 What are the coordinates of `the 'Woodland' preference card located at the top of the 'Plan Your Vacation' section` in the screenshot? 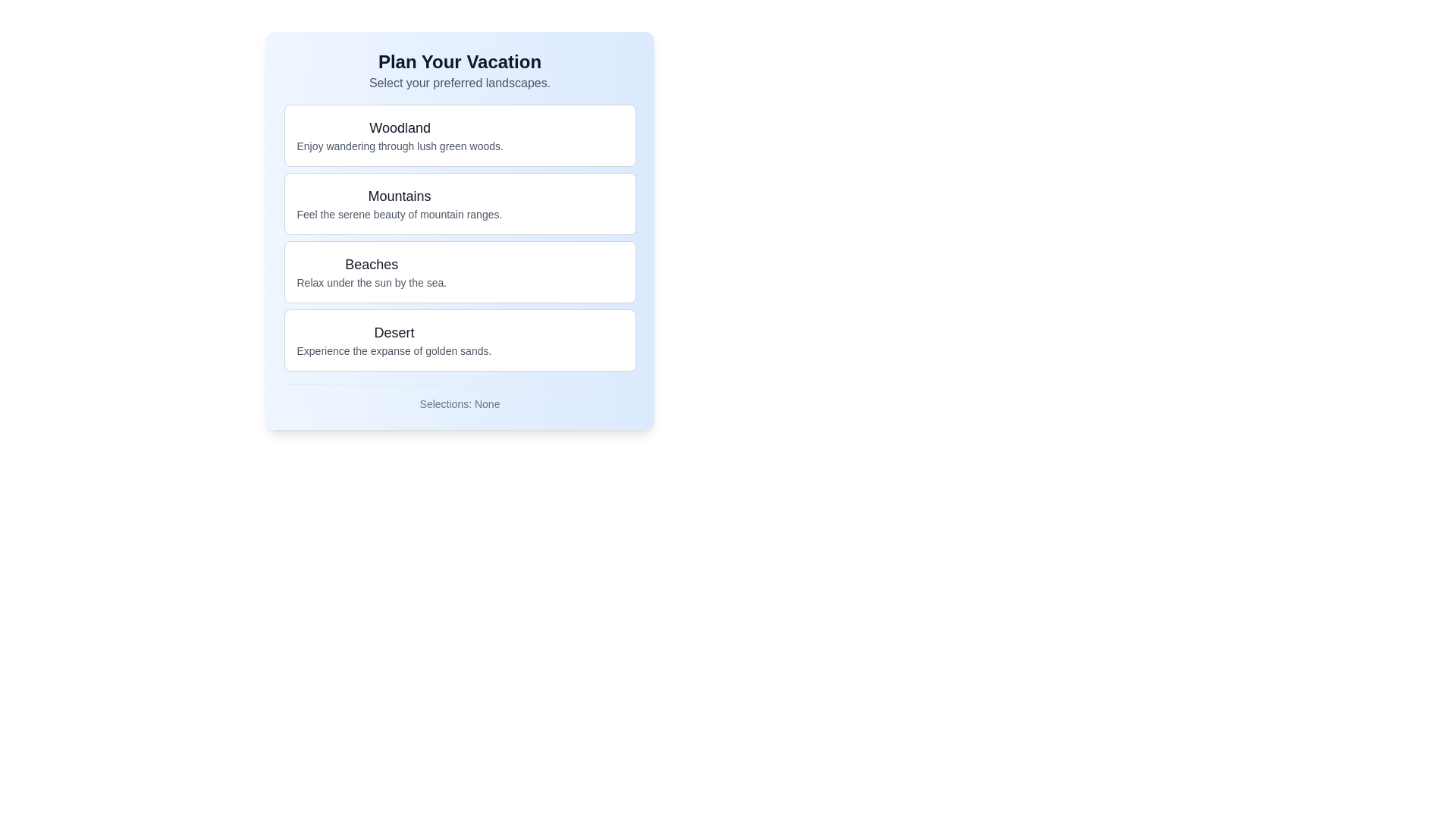 It's located at (459, 134).